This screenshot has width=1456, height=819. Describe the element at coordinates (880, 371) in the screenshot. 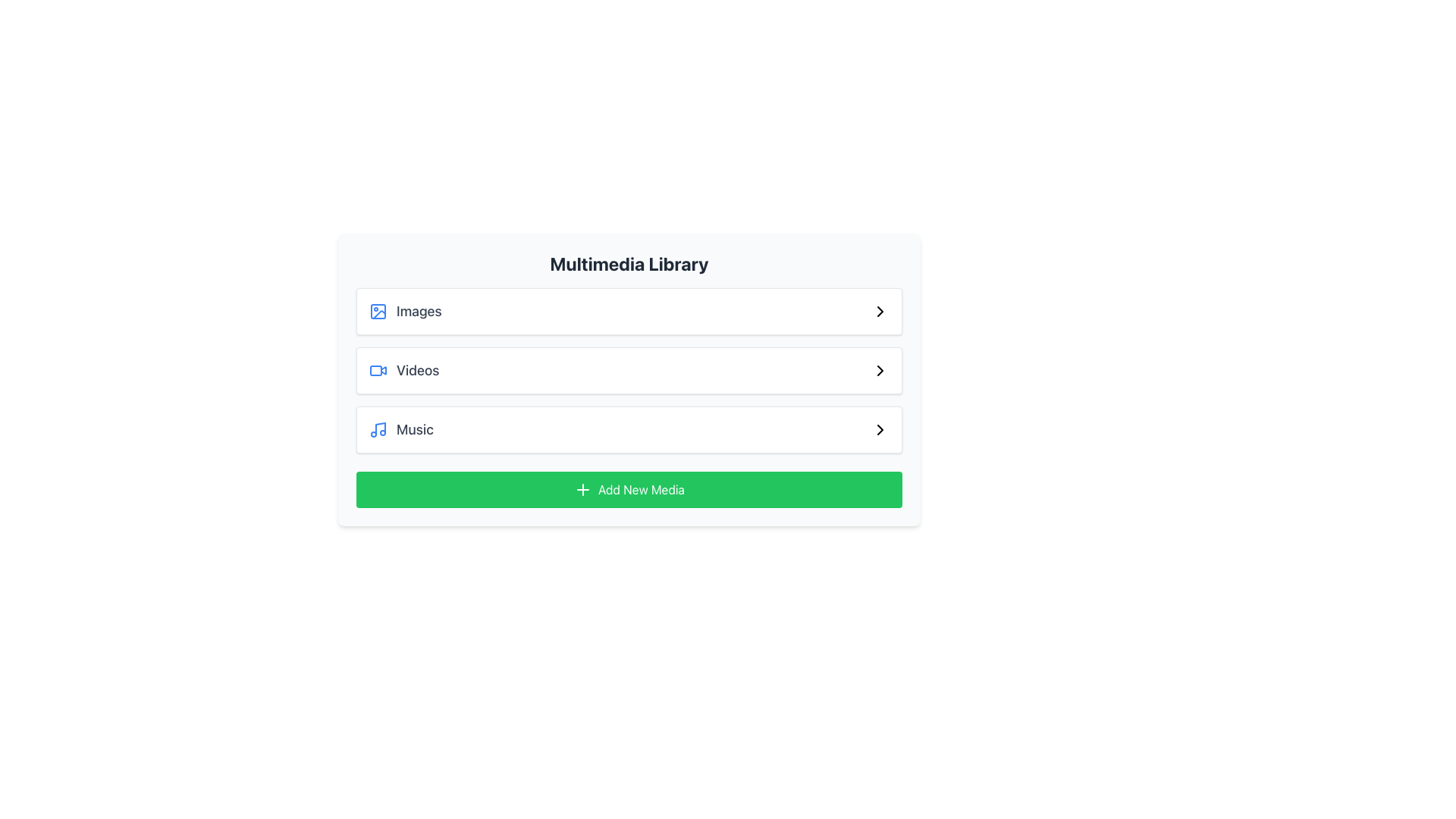

I see `the rightward-pointing chevron icon button located adjacent to the 'Videos' text label` at that location.